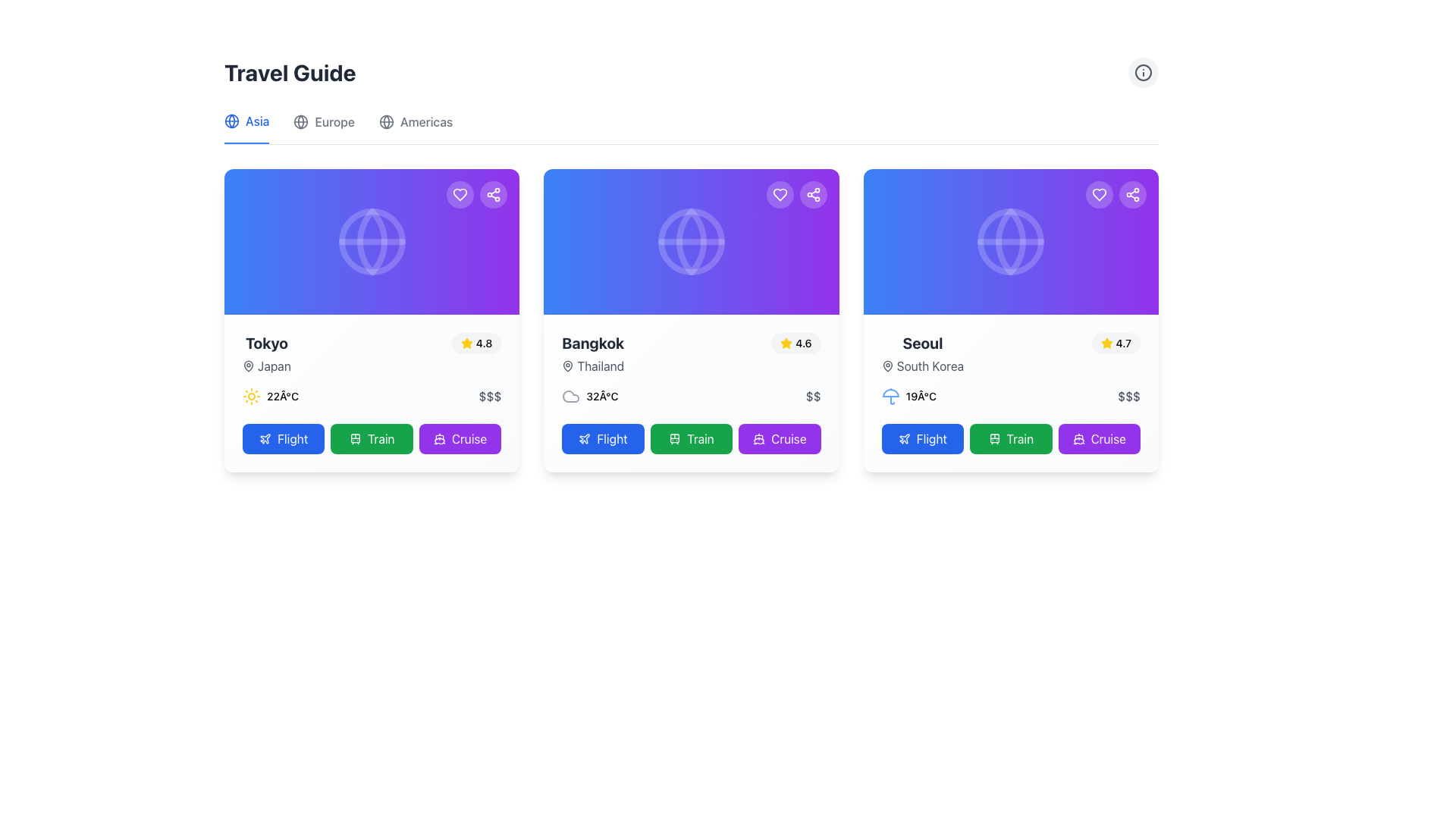  Describe the element at coordinates (921, 353) in the screenshot. I see `the text label displaying the name of a city and its corresponding country, located in the top section of the third card from the left, above the temperature information` at that location.